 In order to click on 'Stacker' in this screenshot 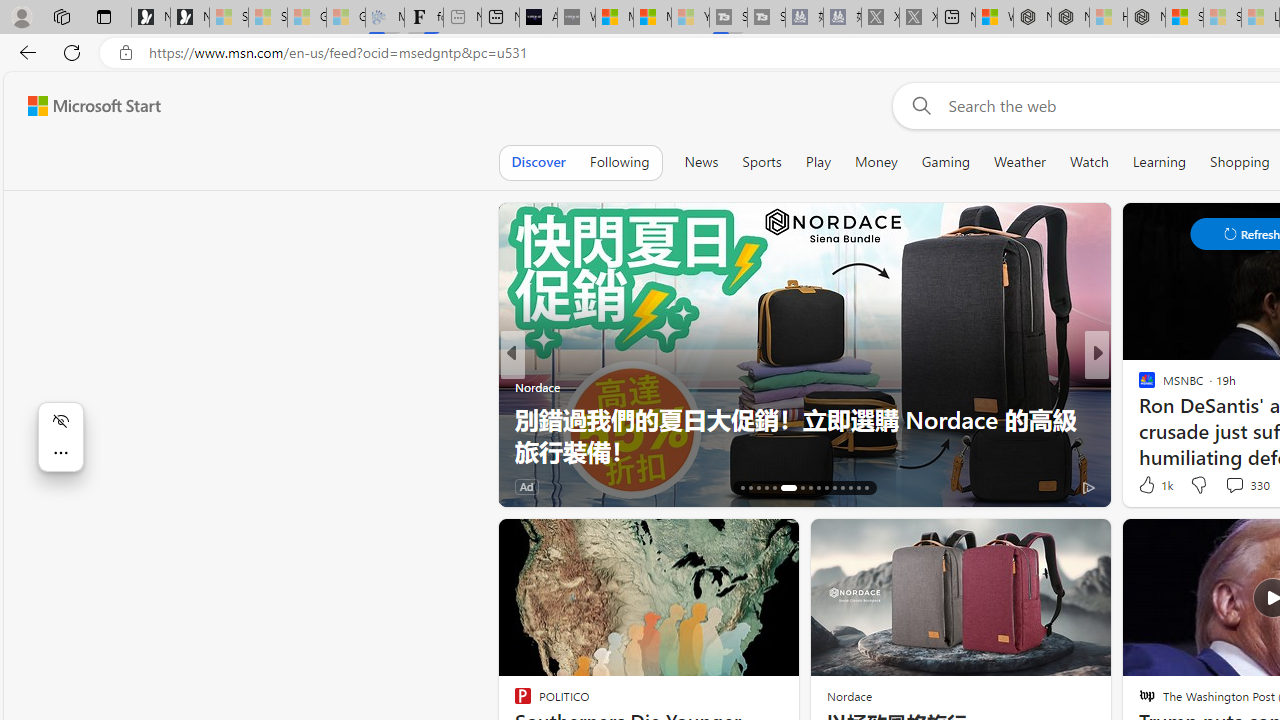, I will do `click(1138, 387)`.